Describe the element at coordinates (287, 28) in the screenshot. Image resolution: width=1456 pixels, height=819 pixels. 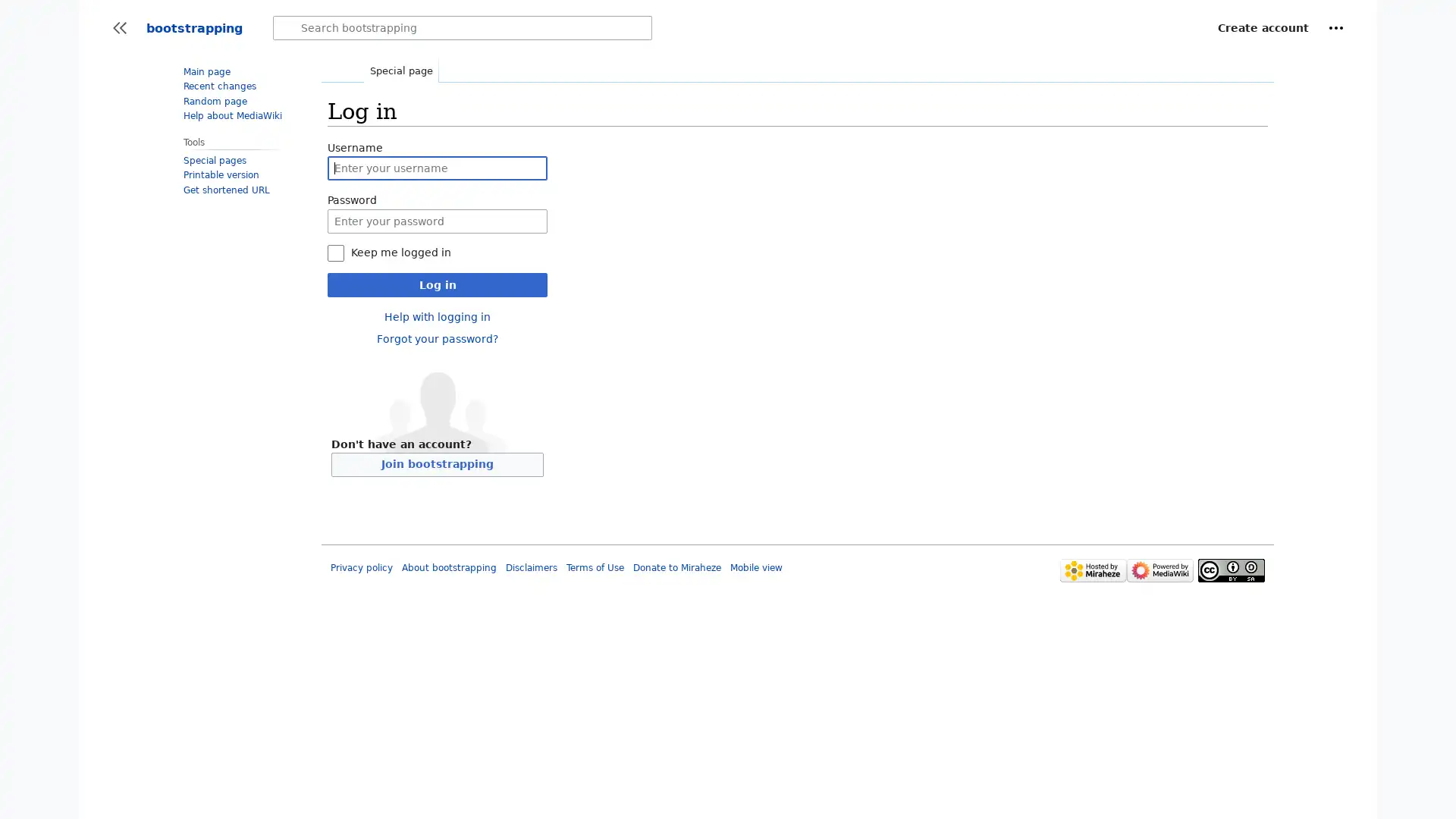
I see `Search` at that location.